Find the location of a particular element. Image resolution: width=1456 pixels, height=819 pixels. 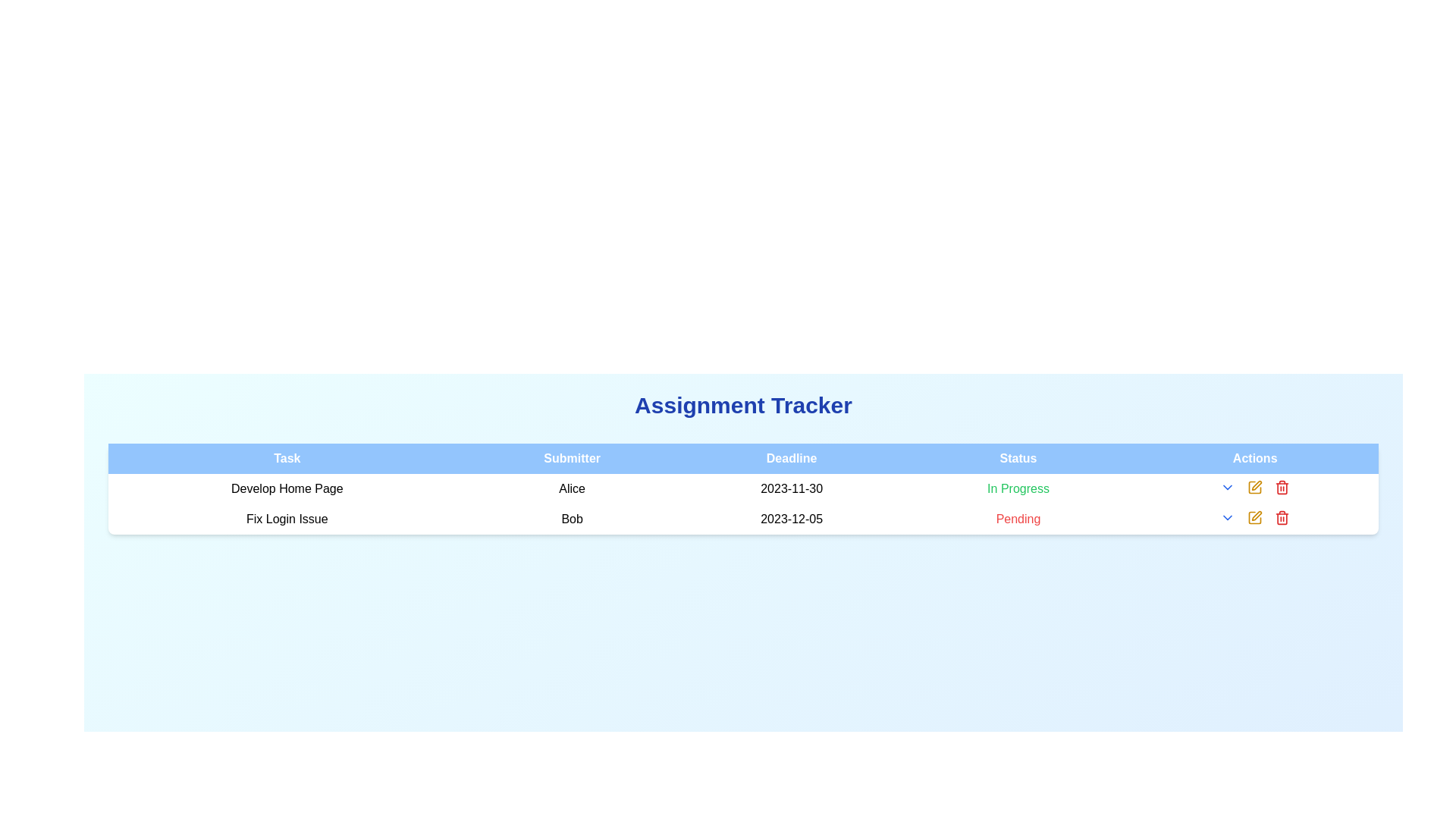

the 'Actions' column header, which is a static text label in bold white font on a light blue background, located in the upper header row as the fifth column header is located at coordinates (1255, 458).